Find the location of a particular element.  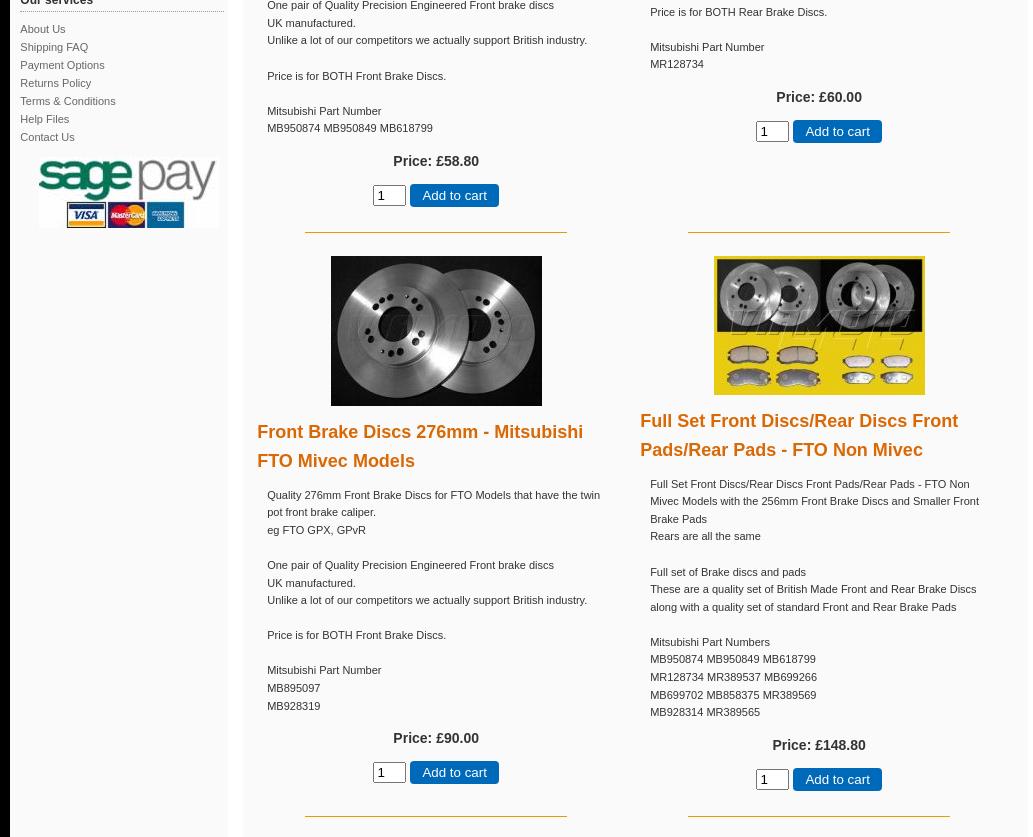

'MB928314 MR389565' is located at coordinates (705, 711).